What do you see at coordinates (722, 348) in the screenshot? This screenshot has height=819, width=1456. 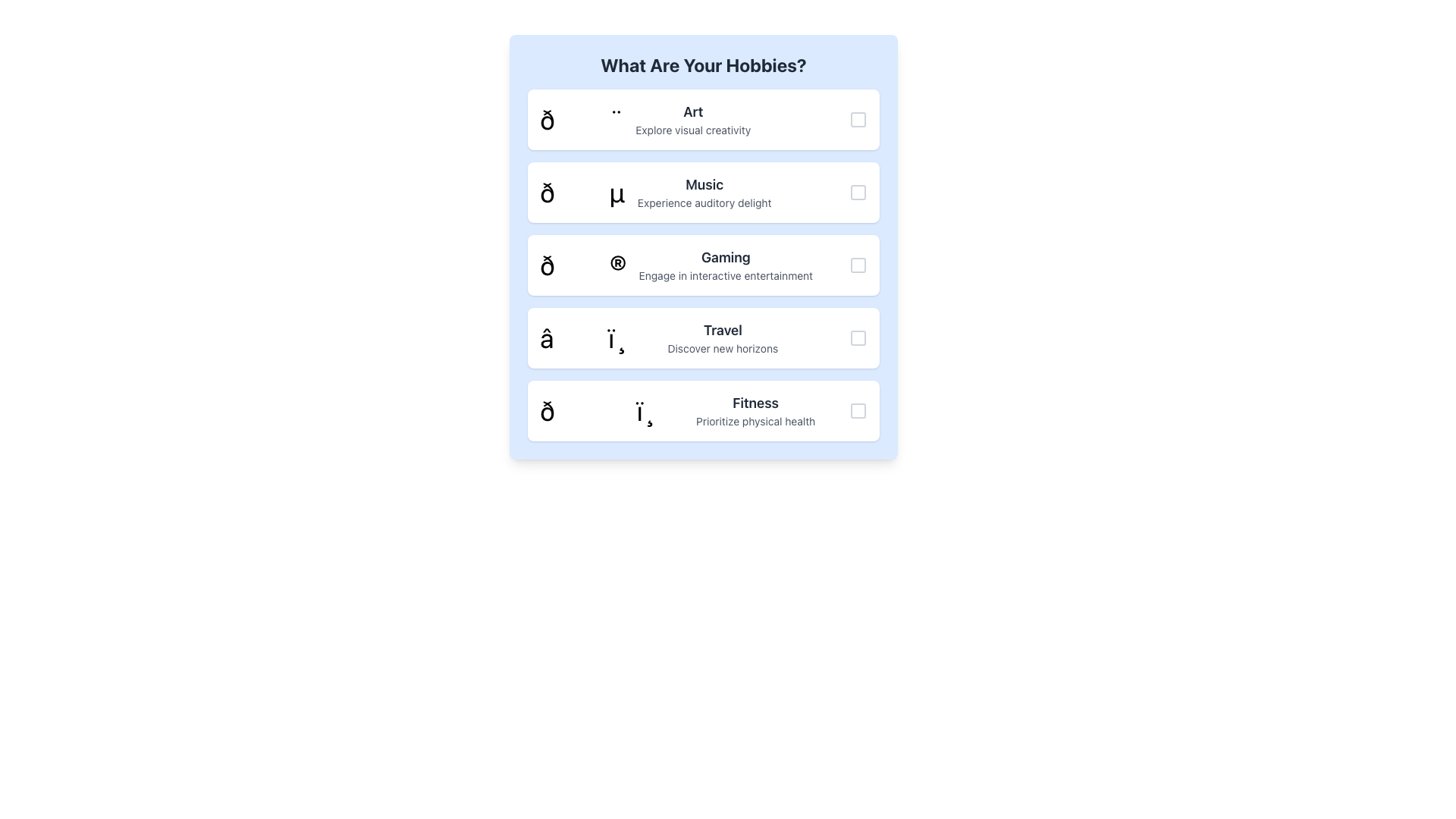 I see `the Text Label providing an inspirational snippet about the 'Travel' hobby category, located in the fourth card of the vertical list of hobbies, directly below the 'Travel' title` at bounding box center [722, 348].